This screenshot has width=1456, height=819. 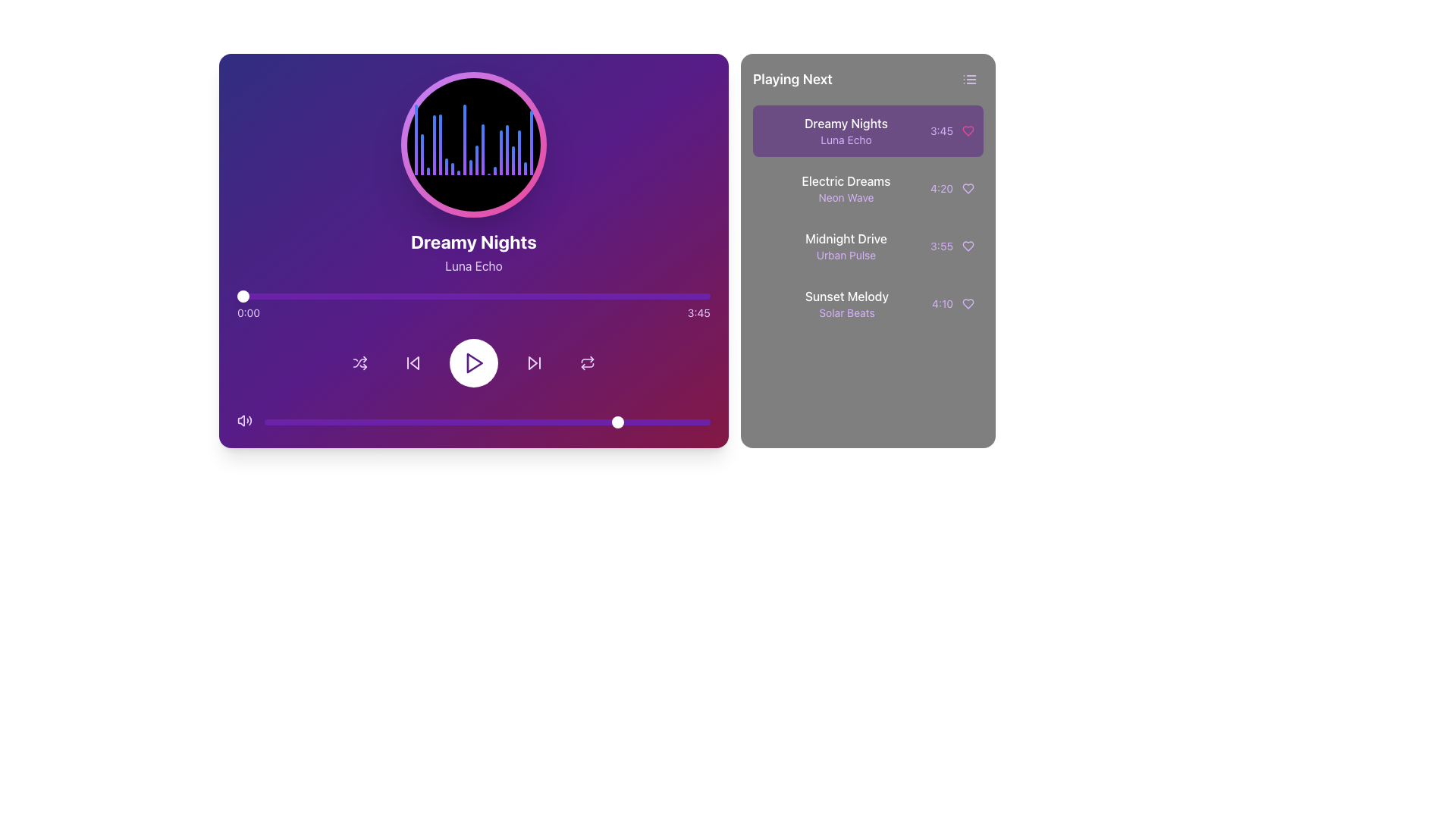 What do you see at coordinates (942, 304) in the screenshot?
I see `the Text Display showing '4:10' with a purple tint, located in the bottom entry for 'Sunset Melody' in the 'Playing Next' section` at bounding box center [942, 304].